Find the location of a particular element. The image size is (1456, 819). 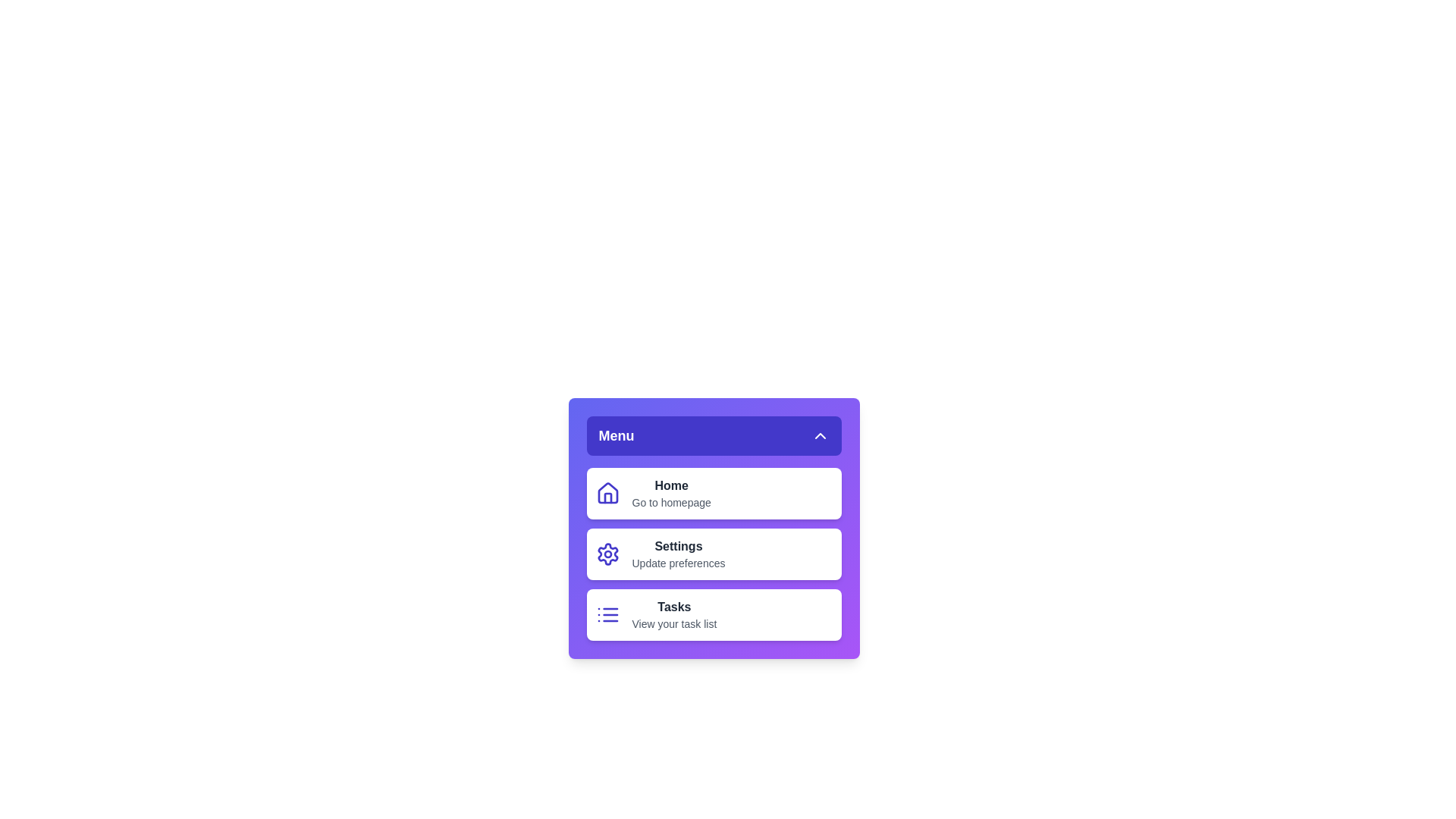

the 'Tasks' menu item to select it is located at coordinates (713, 614).